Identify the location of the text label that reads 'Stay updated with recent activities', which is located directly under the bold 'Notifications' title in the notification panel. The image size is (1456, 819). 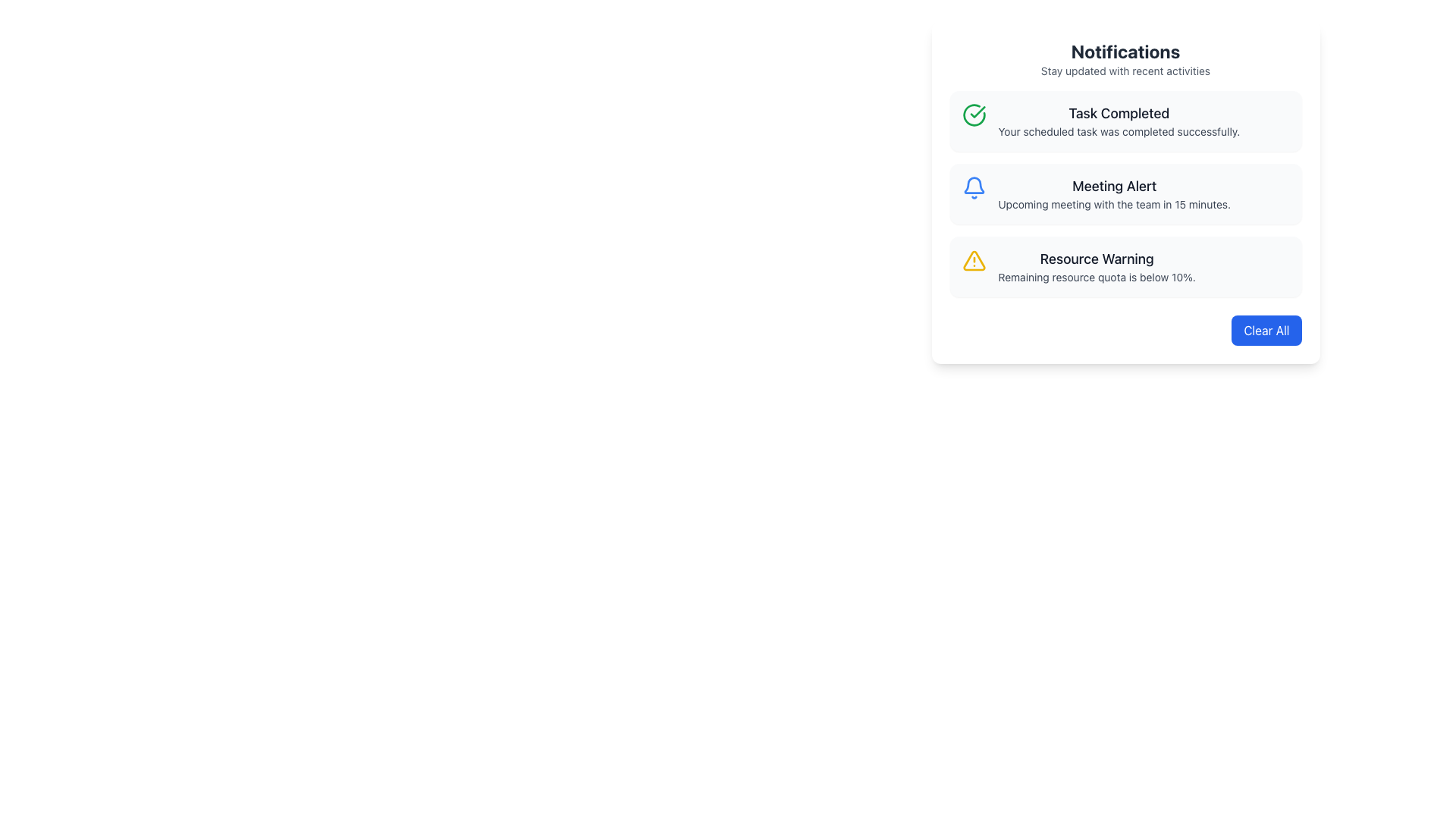
(1125, 71).